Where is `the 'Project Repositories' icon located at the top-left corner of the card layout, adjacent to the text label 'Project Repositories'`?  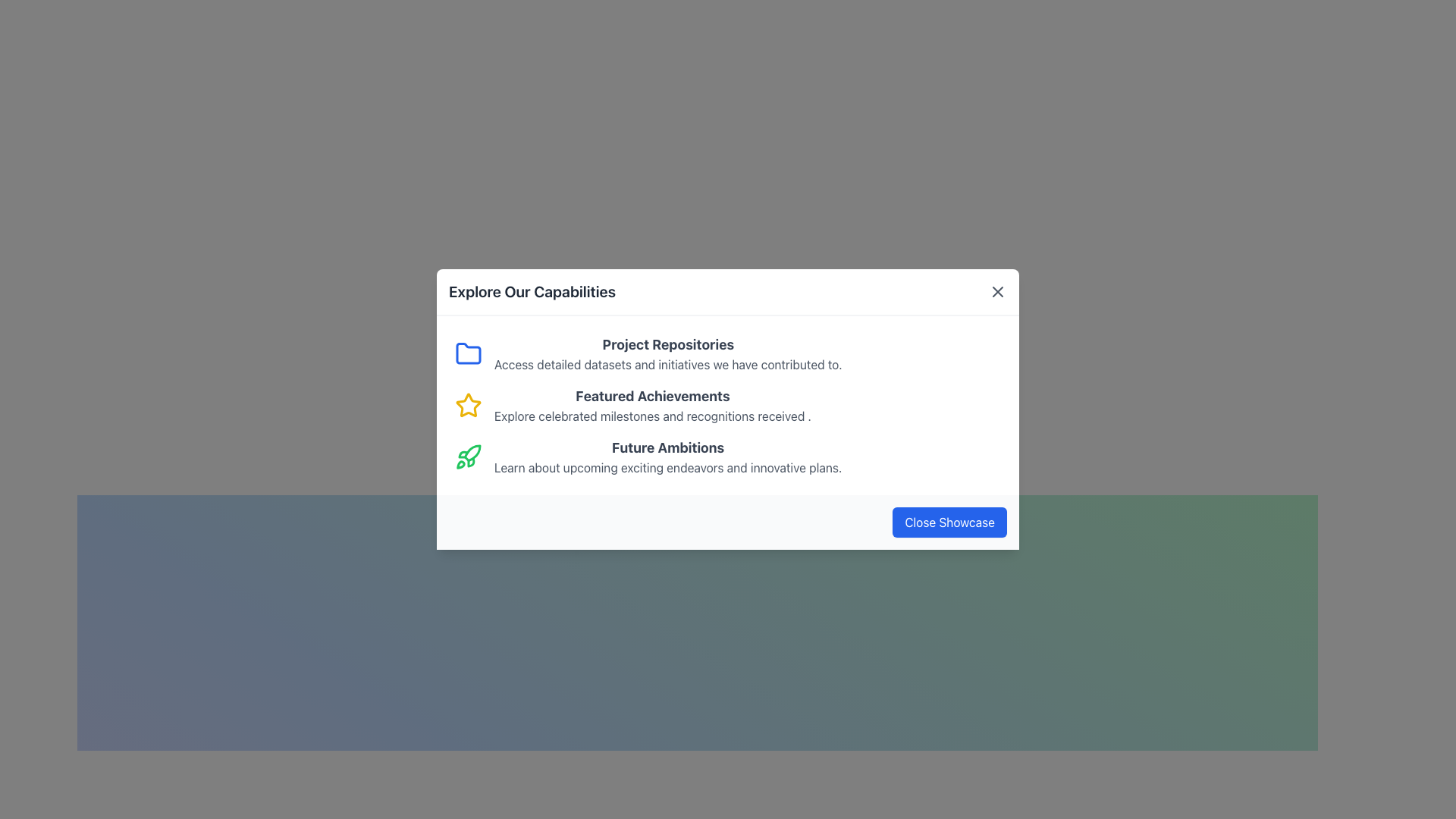 the 'Project Repositories' icon located at the top-left corner of the card layout, adjacent to the text label 'Project Repositories' is located at coordinates (468, 353).